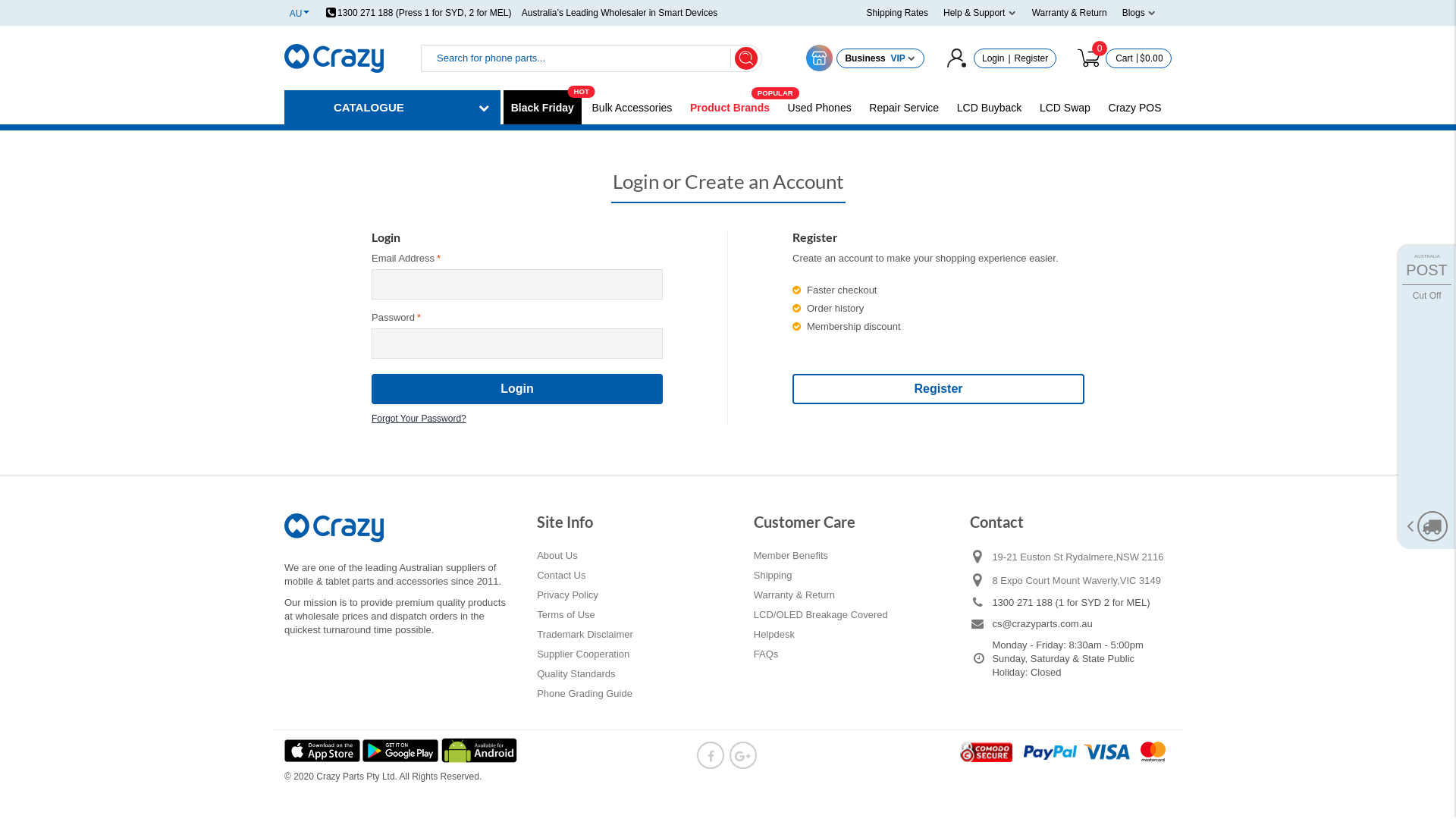 The width and height of the screenshot is (1456, 819). What do you see at coordinates (789, 555) in the screenshot?
I see `'Member Benefits'` at bounding box center [789, 555].